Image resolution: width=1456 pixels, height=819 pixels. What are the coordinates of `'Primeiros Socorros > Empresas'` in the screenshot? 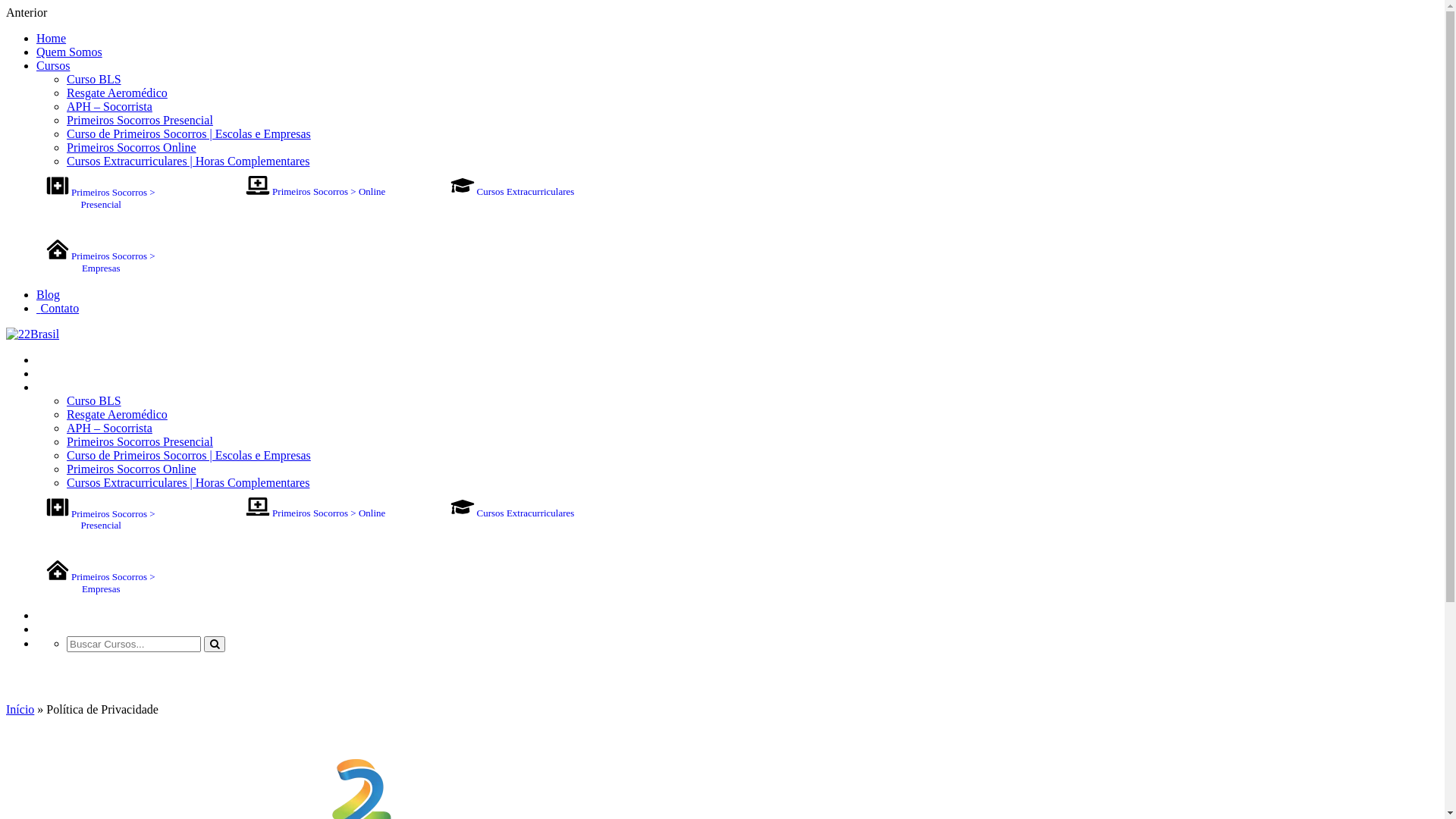 It's located at (100, 582).